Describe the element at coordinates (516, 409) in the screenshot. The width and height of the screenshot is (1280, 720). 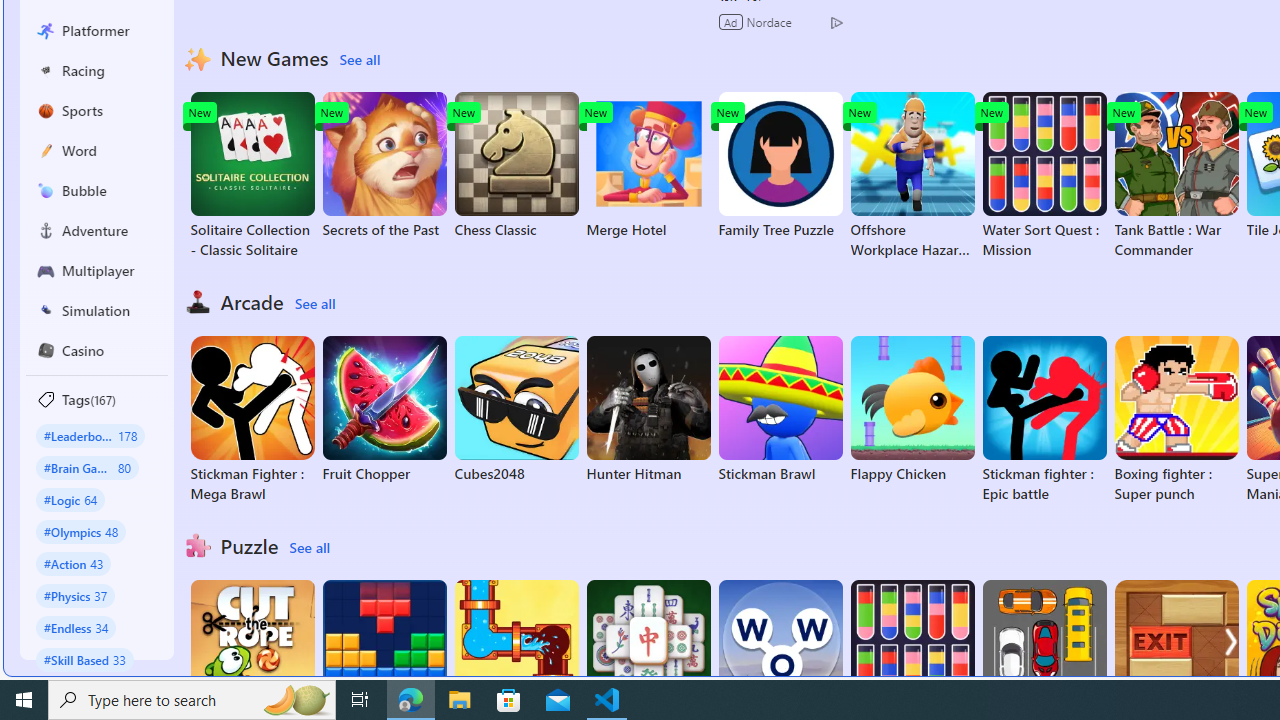
I see `'Cubes2048'` at that location.